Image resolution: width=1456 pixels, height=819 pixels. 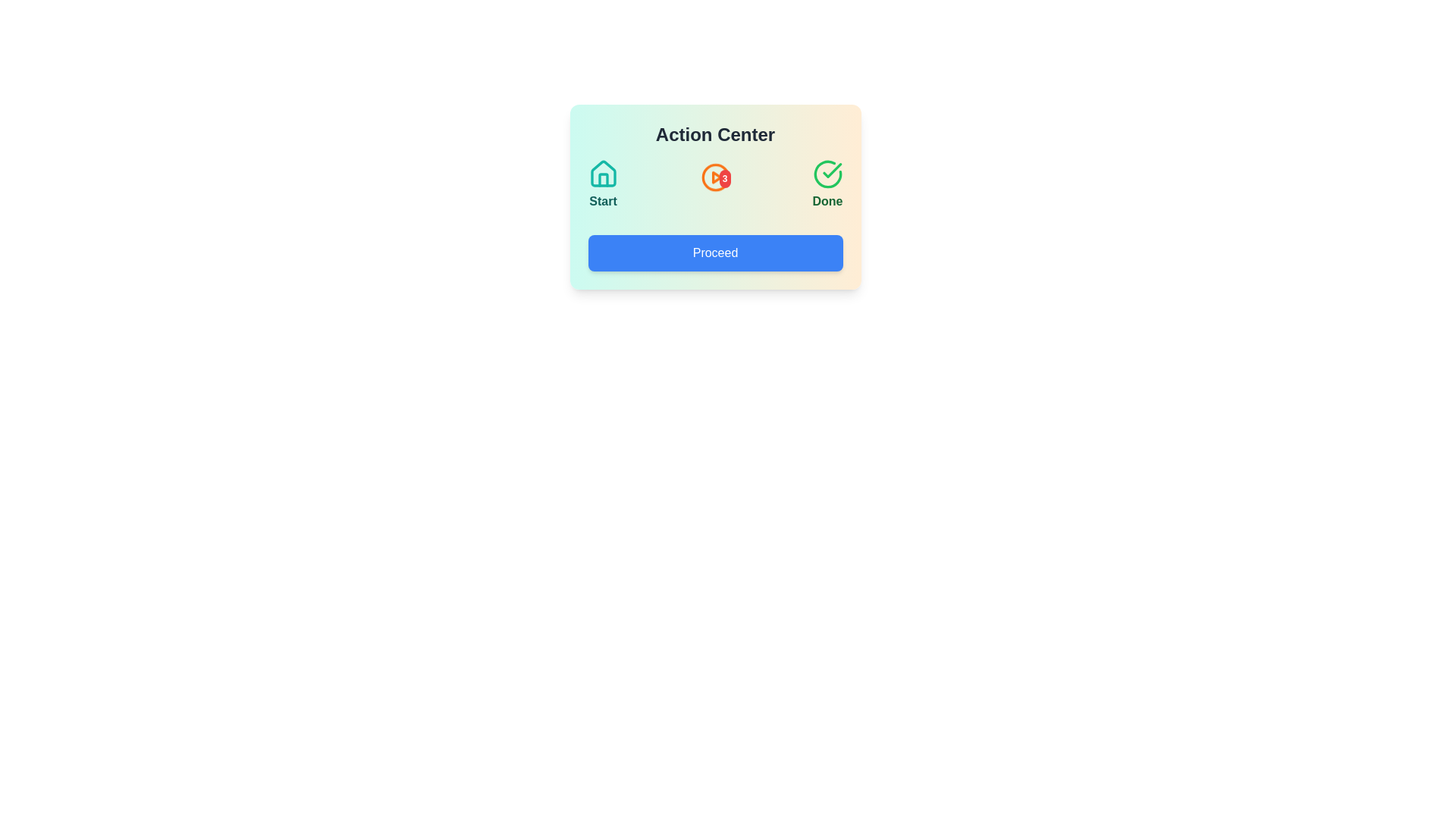 I want to click on the text label within the blue button located at the bottom of the light-colored panel labeled 'Action Center', so click(x=714, y=253).